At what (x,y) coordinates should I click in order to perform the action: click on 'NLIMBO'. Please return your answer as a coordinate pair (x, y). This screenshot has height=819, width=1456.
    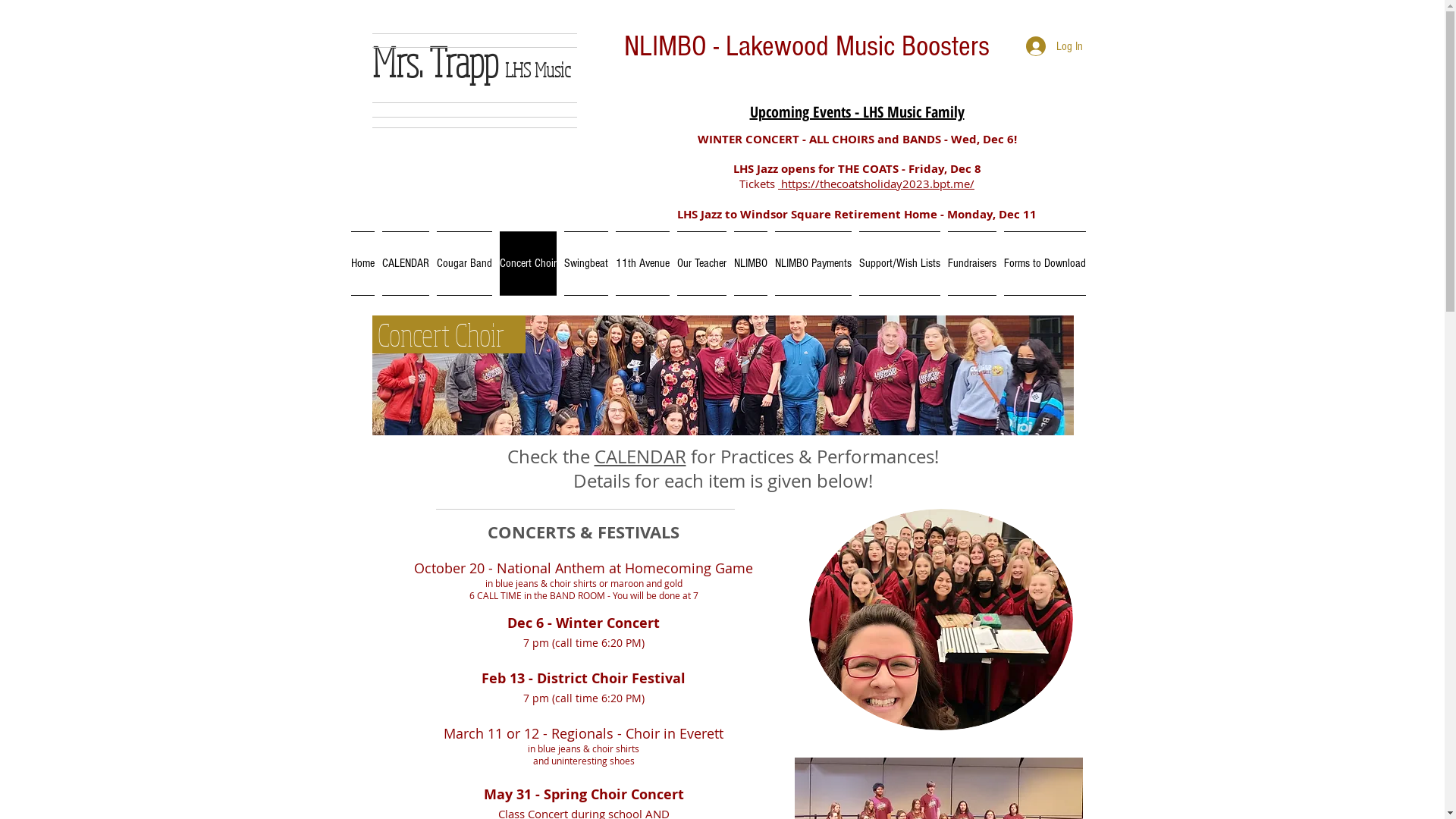
    Looking at the image, I should click on (729, 262).